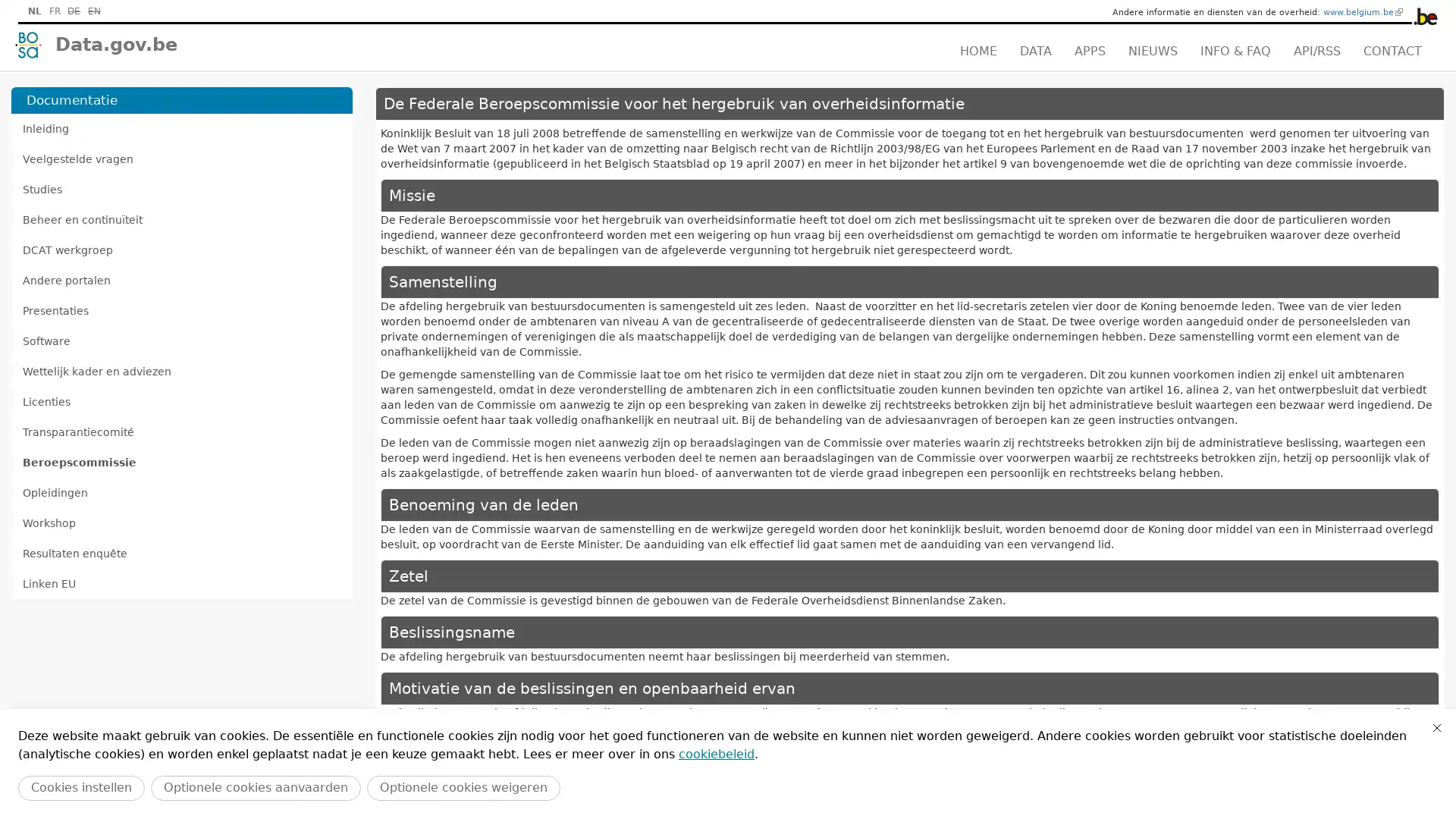  I want to click on Sluiten, so click(1436, 727).